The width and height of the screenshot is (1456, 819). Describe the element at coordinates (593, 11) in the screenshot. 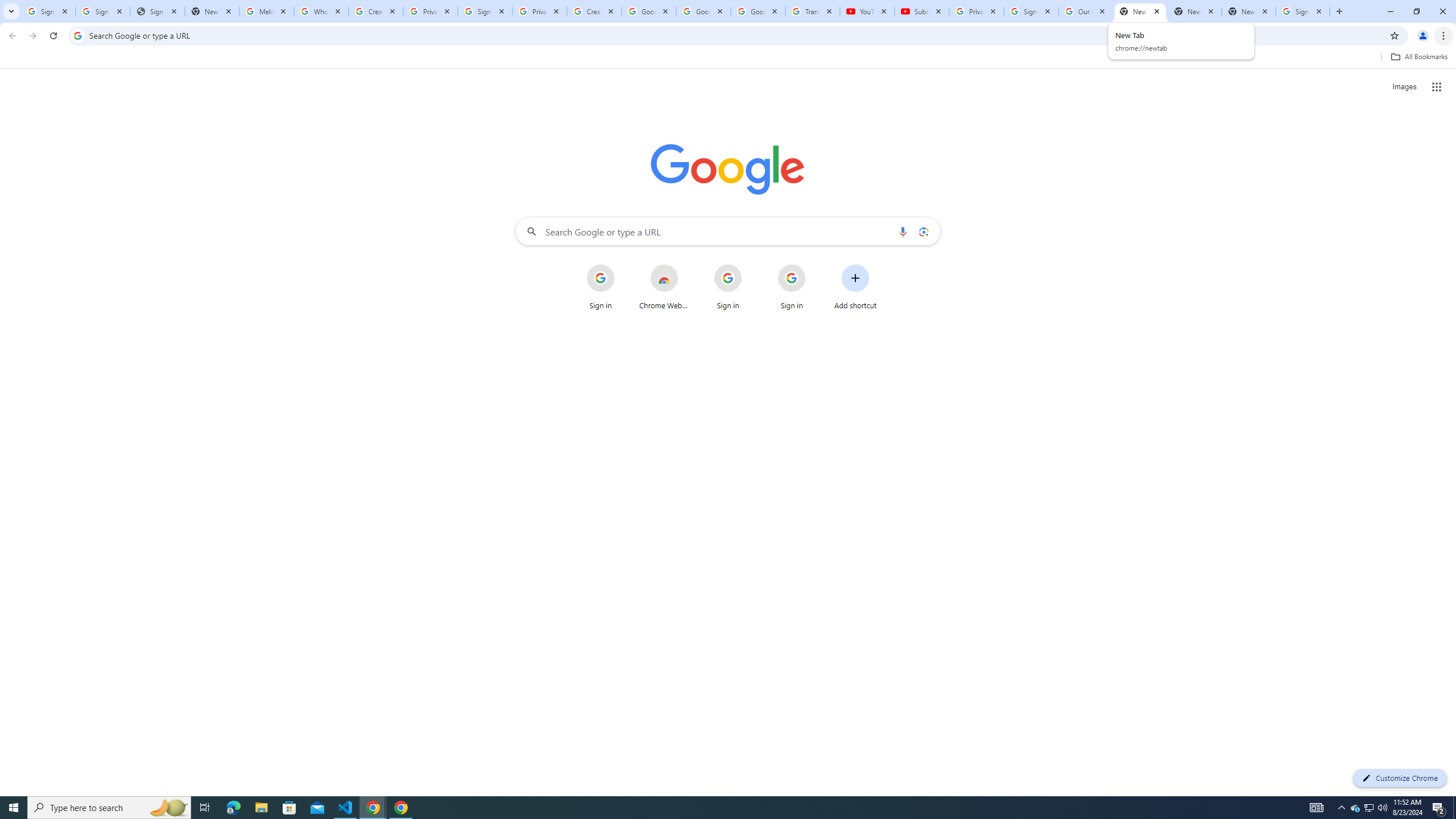

I see `'Create your Google Account'` at that location.